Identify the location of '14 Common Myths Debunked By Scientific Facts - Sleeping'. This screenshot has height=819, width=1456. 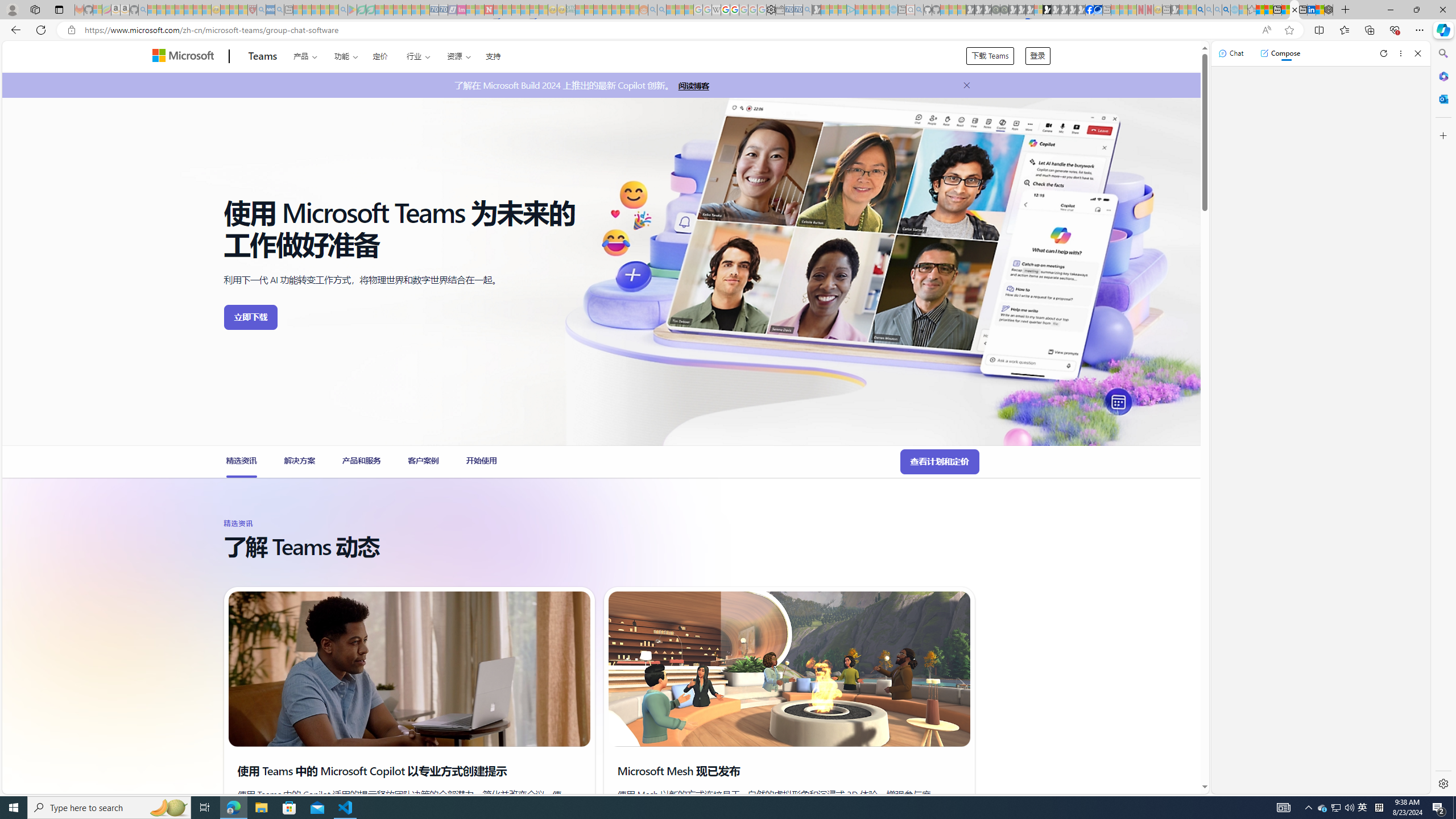
(507, 9).